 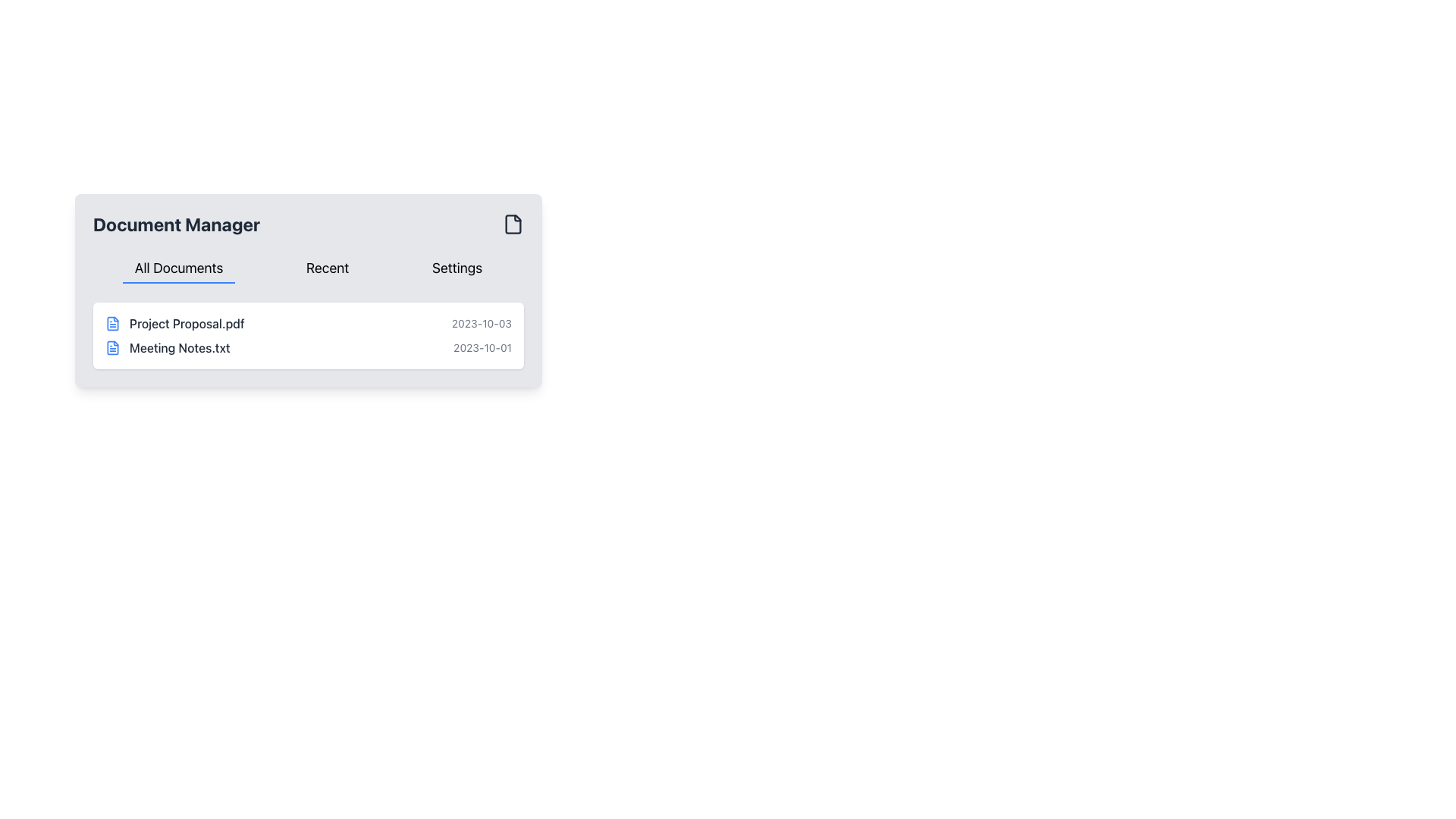 I want to click on the first file entry in the File List Item, which is 'Project Proposal.pdf', so click(x=308, y=335).